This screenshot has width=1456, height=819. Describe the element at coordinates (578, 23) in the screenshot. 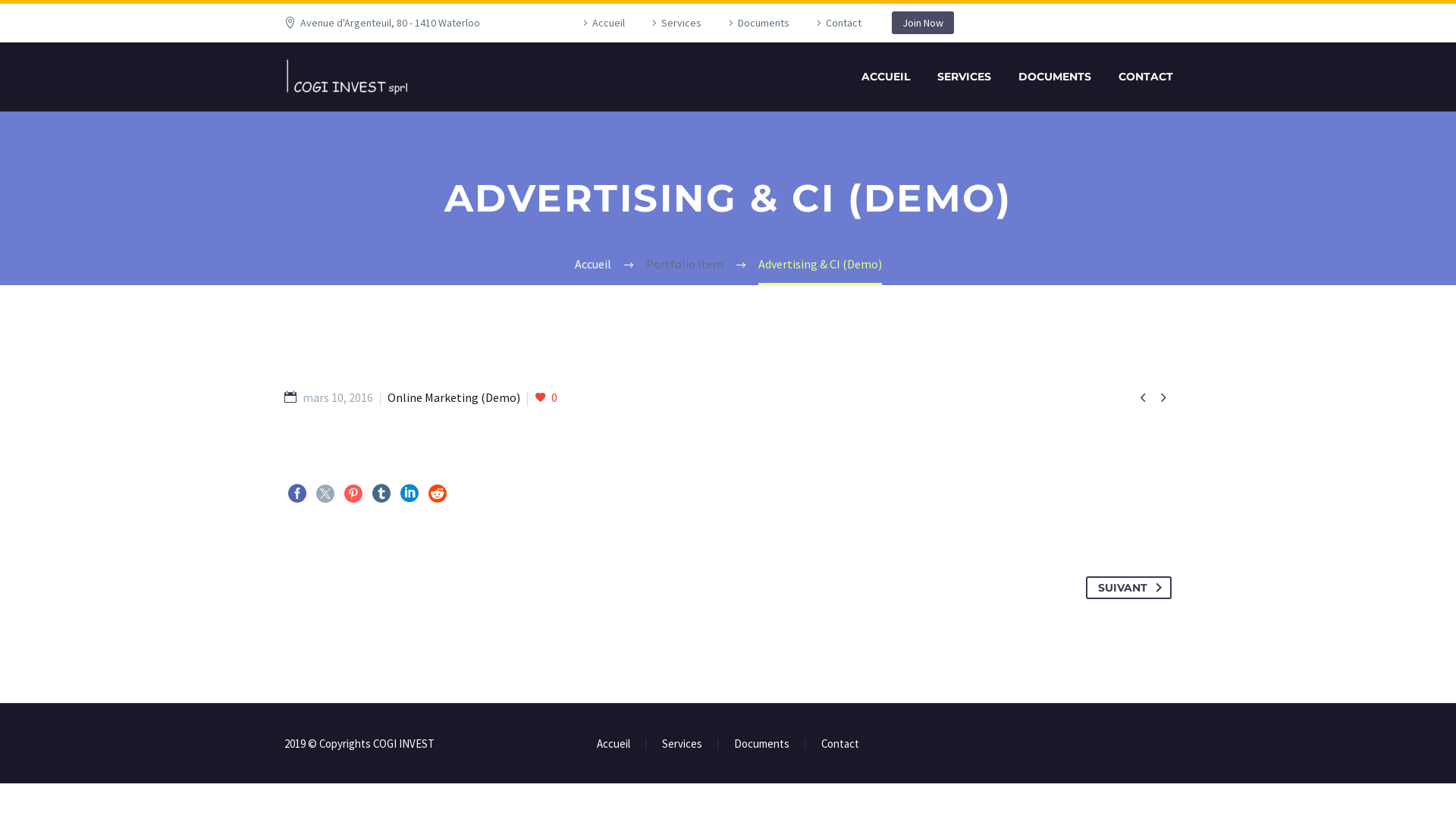

I see `'Accueil'` at that location.